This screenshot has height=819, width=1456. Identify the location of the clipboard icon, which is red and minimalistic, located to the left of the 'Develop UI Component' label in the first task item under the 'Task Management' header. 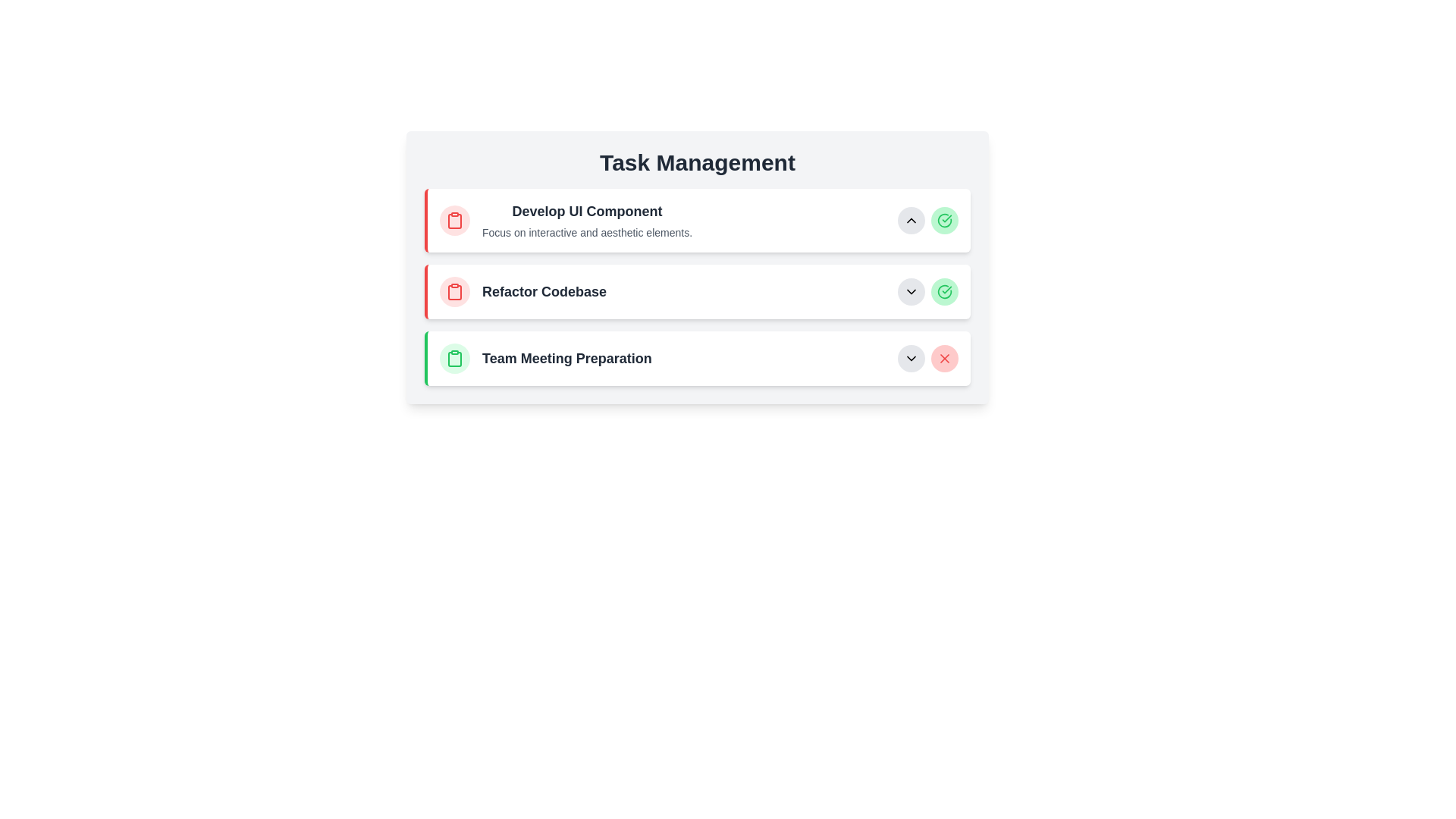
(454, 220).